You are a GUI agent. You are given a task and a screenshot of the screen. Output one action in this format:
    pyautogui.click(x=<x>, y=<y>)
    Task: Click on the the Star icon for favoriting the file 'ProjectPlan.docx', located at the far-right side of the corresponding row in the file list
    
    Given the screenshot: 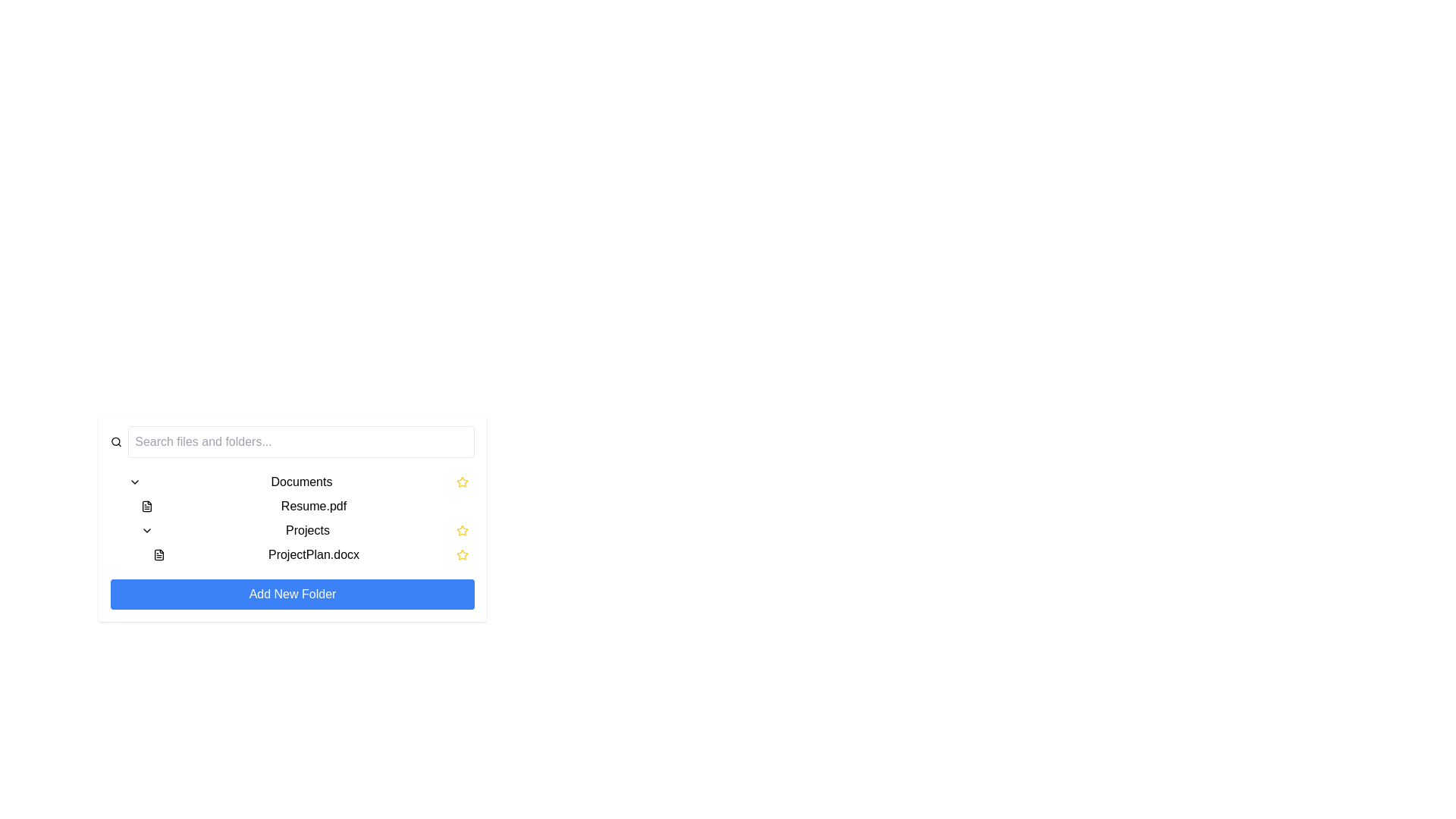 What is the action you would take?
    pyautogui.click(x=461, y=555)
    